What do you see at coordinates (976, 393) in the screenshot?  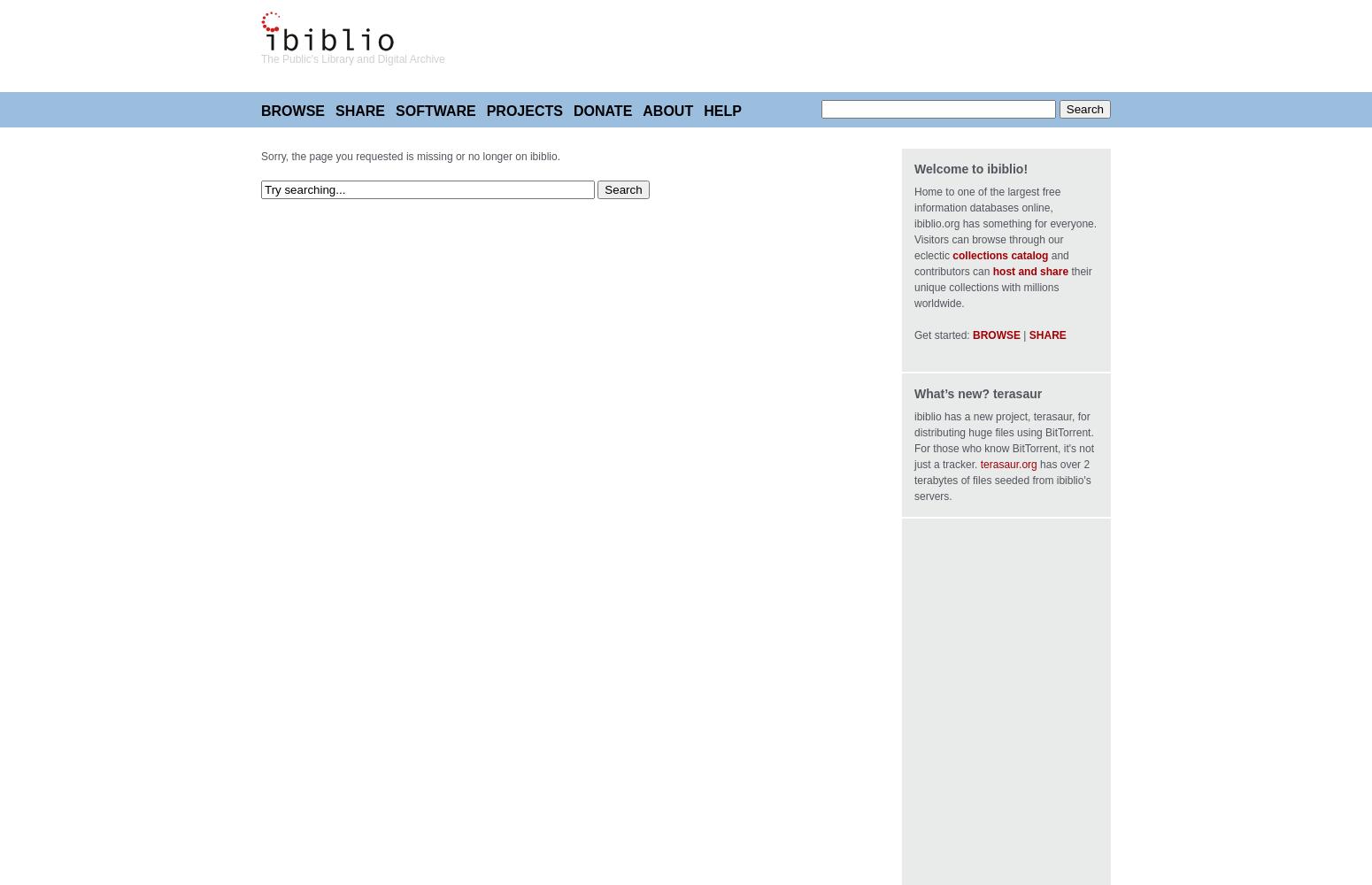 I see `'What’s new? terasaur'` at bounding box center [976, 393].